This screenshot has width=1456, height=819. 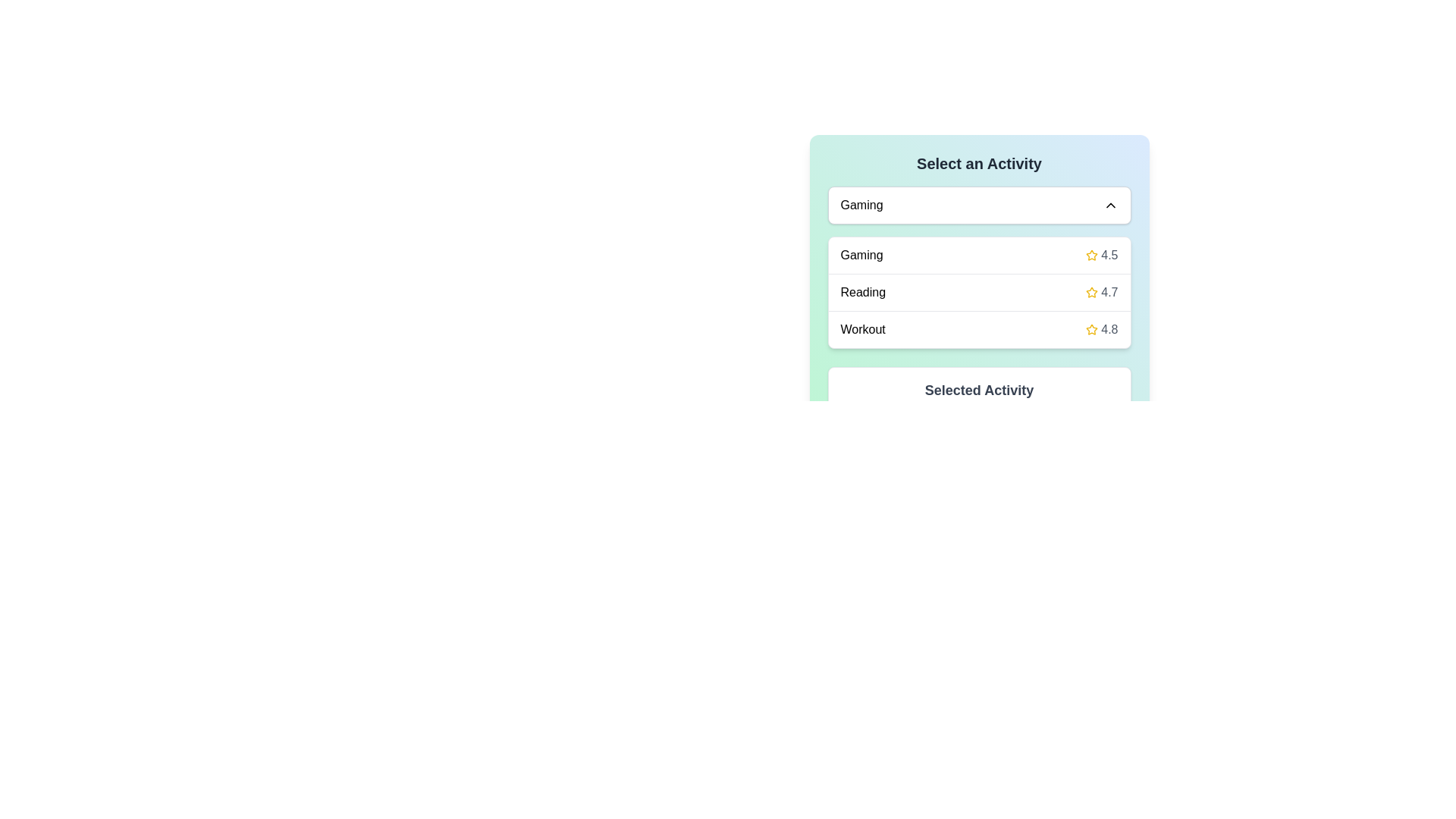 What do you see at coordinates (1102, 329) in the screenshot?
I see `the rating indicator displaying a score of 4.8 located to the right of the text 'Workout' in the third entry of the list` at bounding box center [1102, 329].